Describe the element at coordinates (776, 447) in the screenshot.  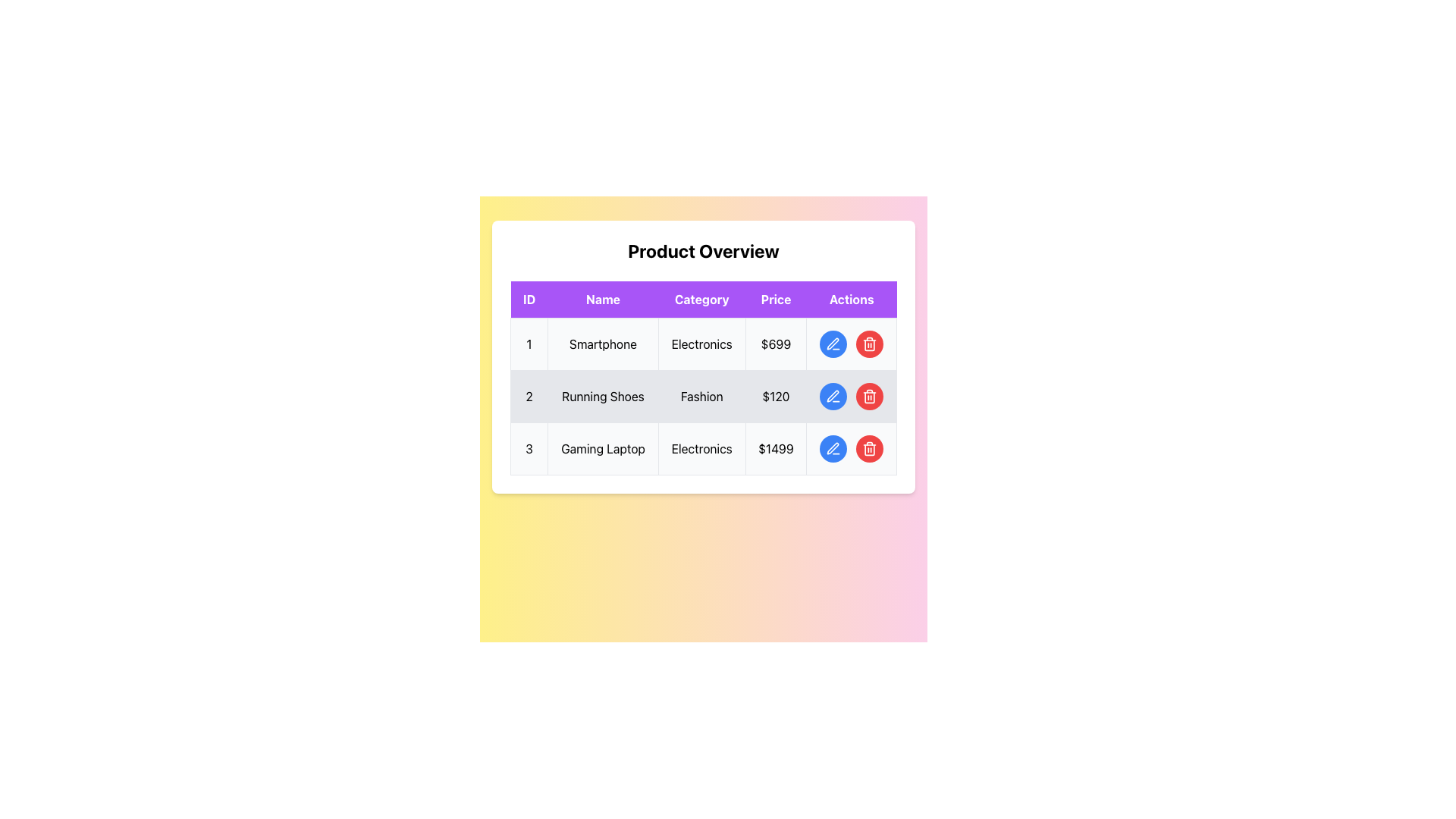
I see `the price label displaying '$1499' which is right-aligned in the row for the gaming laptop product in the Price column` at that location.